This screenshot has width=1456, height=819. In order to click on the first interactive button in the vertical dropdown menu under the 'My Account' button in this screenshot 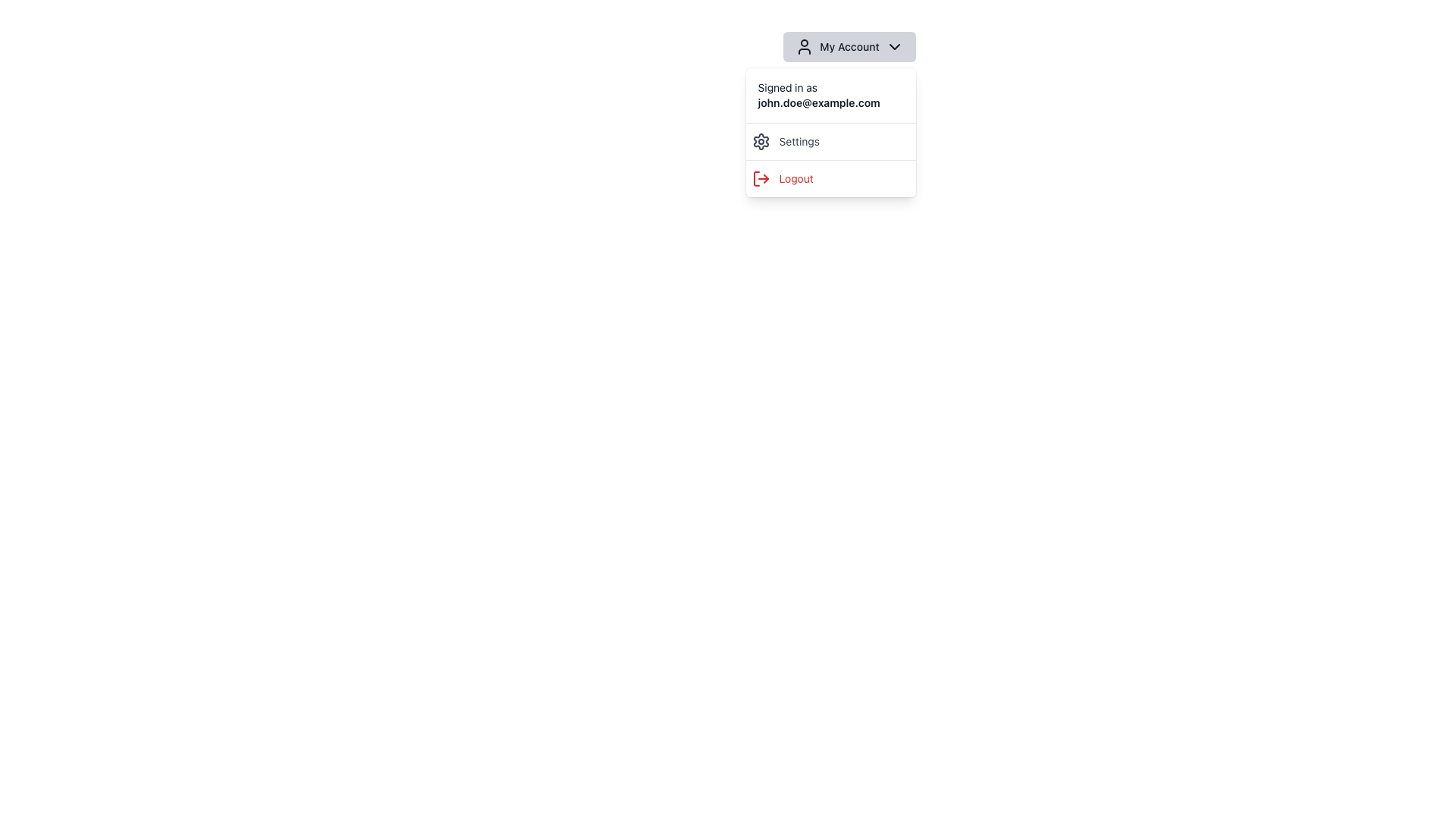, I will do `click(830, 141)`.